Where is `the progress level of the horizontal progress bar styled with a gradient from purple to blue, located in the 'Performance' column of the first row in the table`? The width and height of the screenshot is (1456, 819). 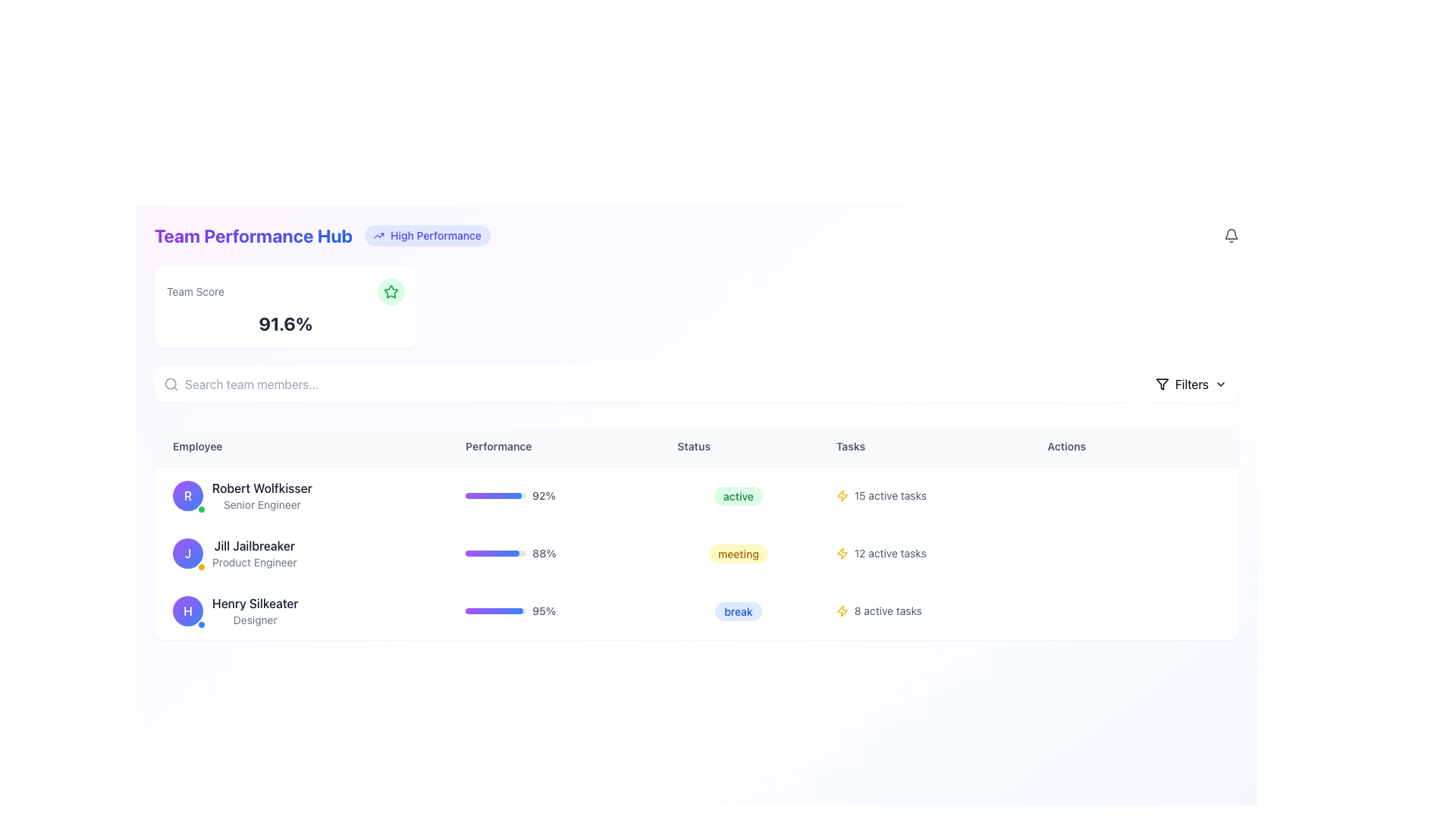 the progress level of the horizontal progress bar styled with a gradient from purple to blue, located in the 'Performance' column of the first row in the table is located at coordinates (494, 496).